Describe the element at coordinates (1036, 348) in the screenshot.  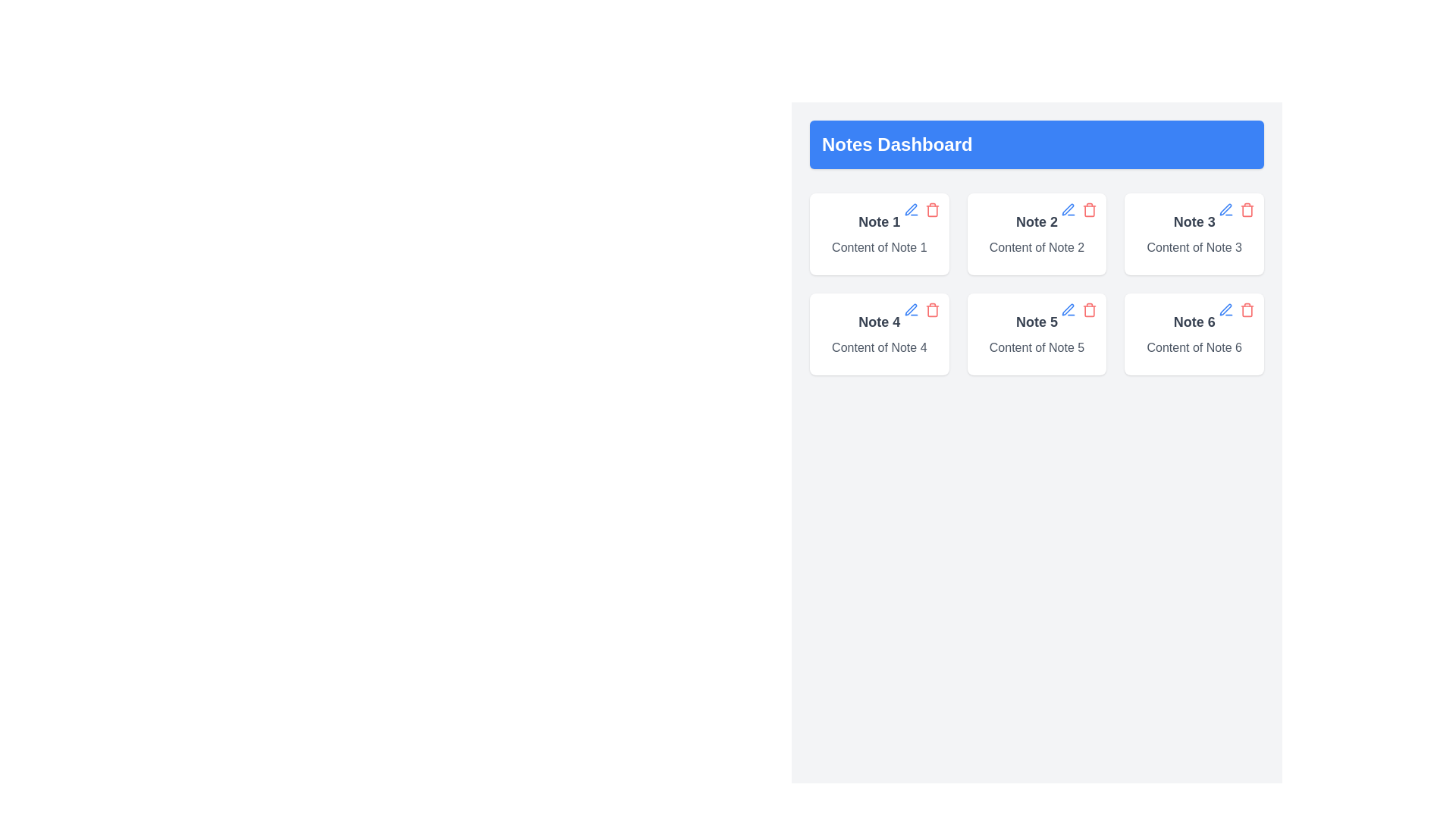
I see `the static informational text displaying details associated with 'Note 5', located in the third row and second column of the Notes Dashboard grid layout` at that location.